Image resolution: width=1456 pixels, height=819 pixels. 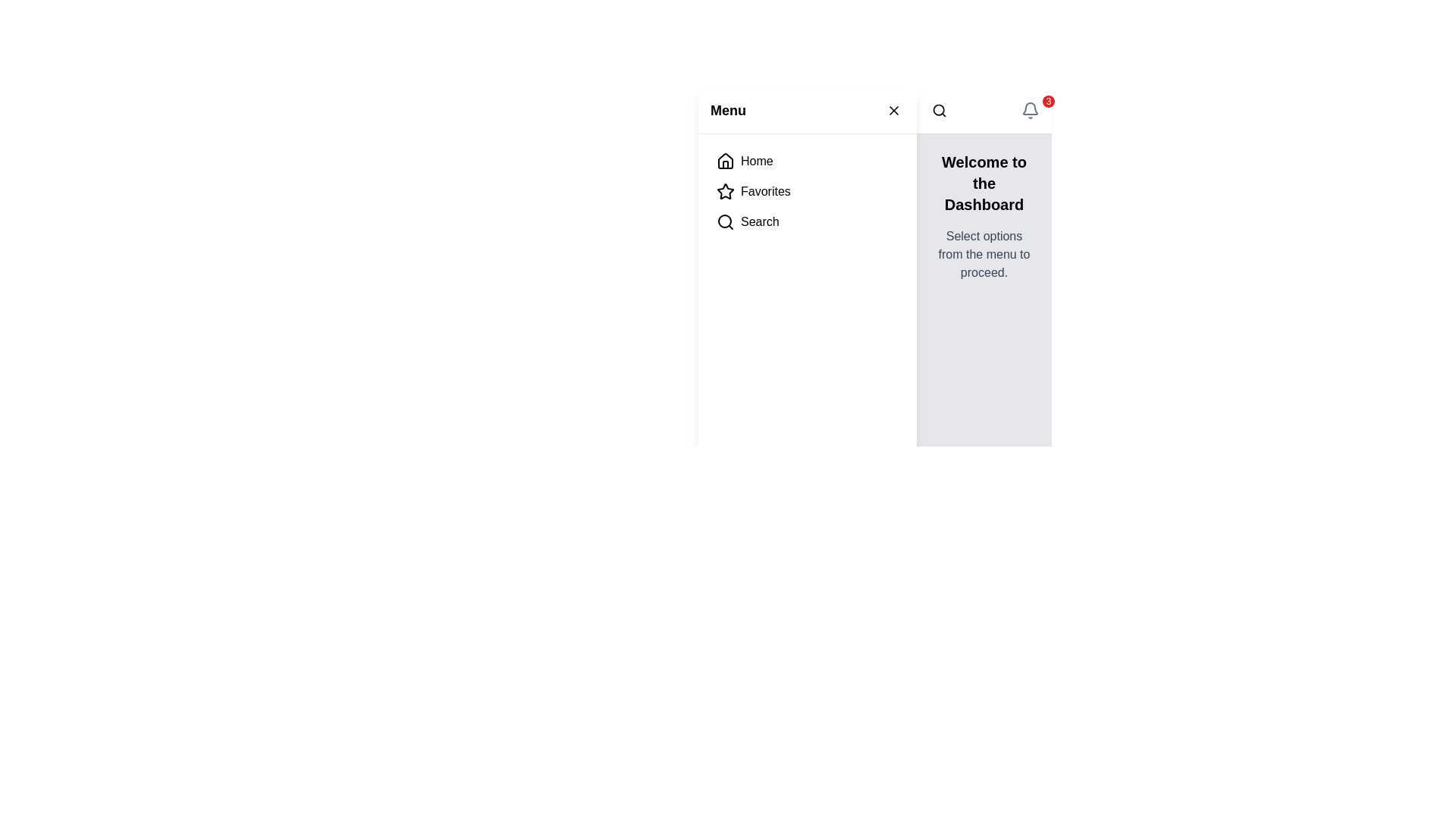 I want to click on the close or dismiss button located in the top-left section of the interface, adjacent to the menu bar, so click(x=894, y=110).